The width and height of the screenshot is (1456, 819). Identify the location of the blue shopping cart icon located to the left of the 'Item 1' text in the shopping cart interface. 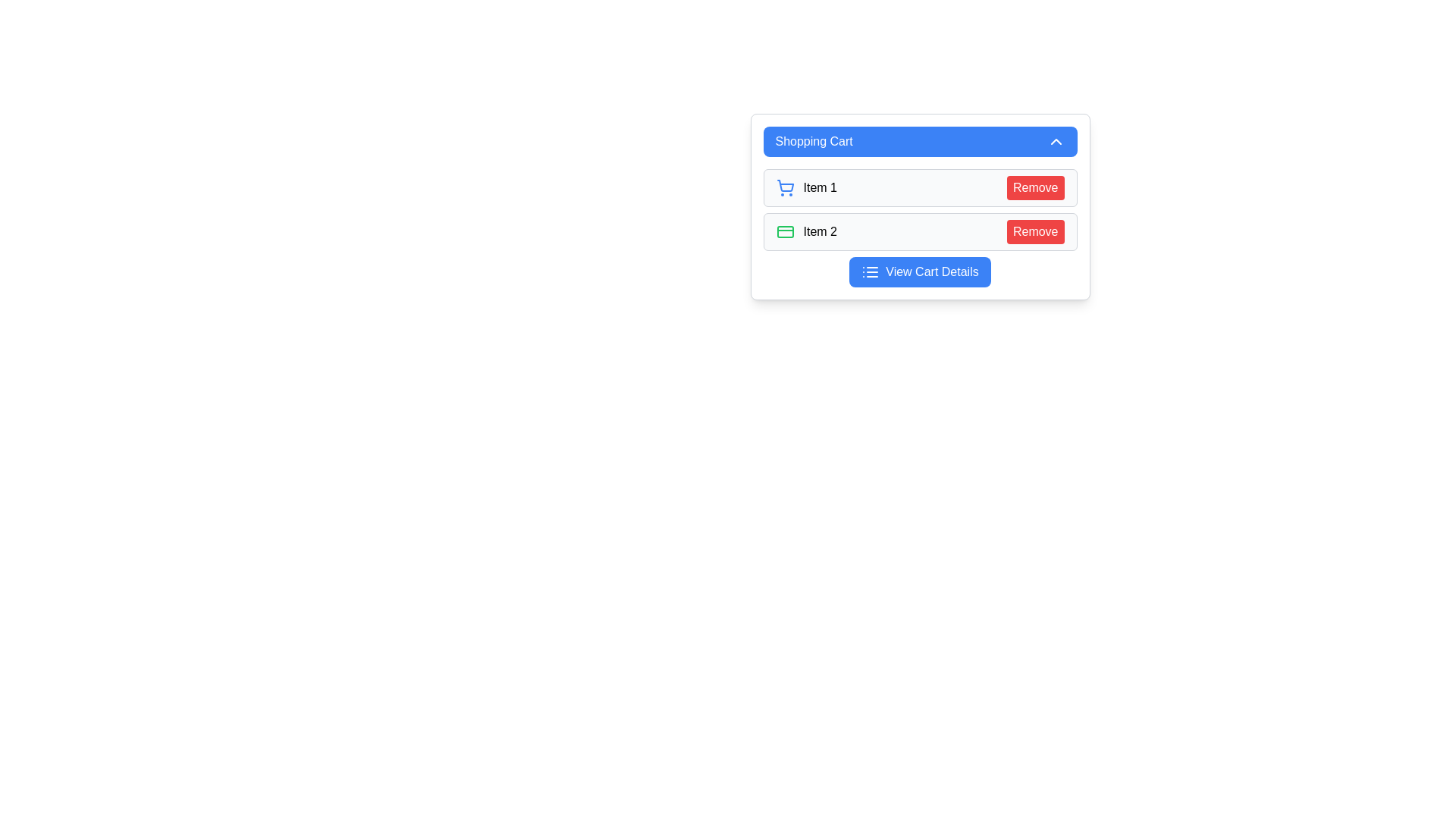
(785, 187).